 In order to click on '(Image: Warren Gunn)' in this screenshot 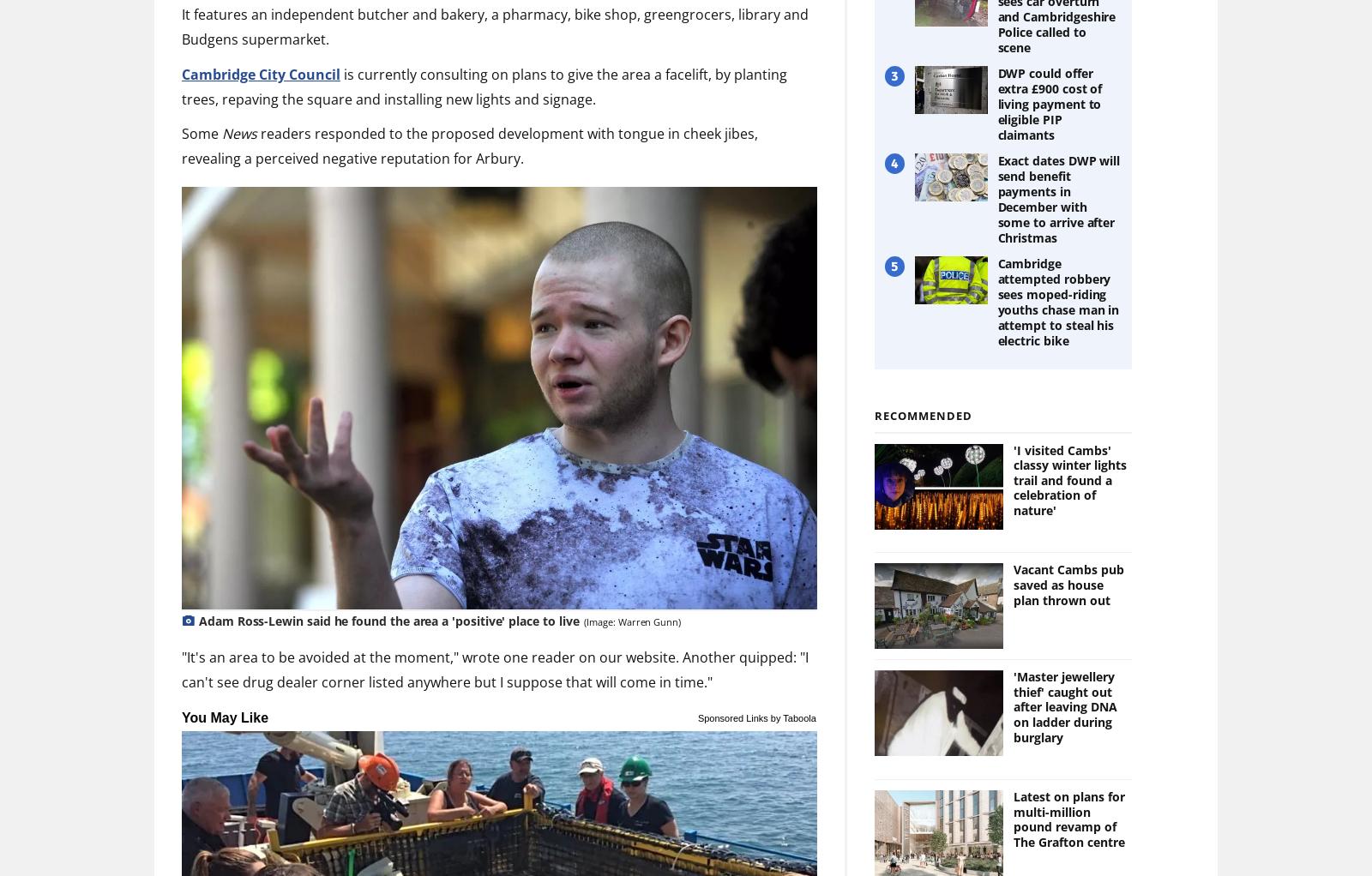, I will do `click(632, 621)`.